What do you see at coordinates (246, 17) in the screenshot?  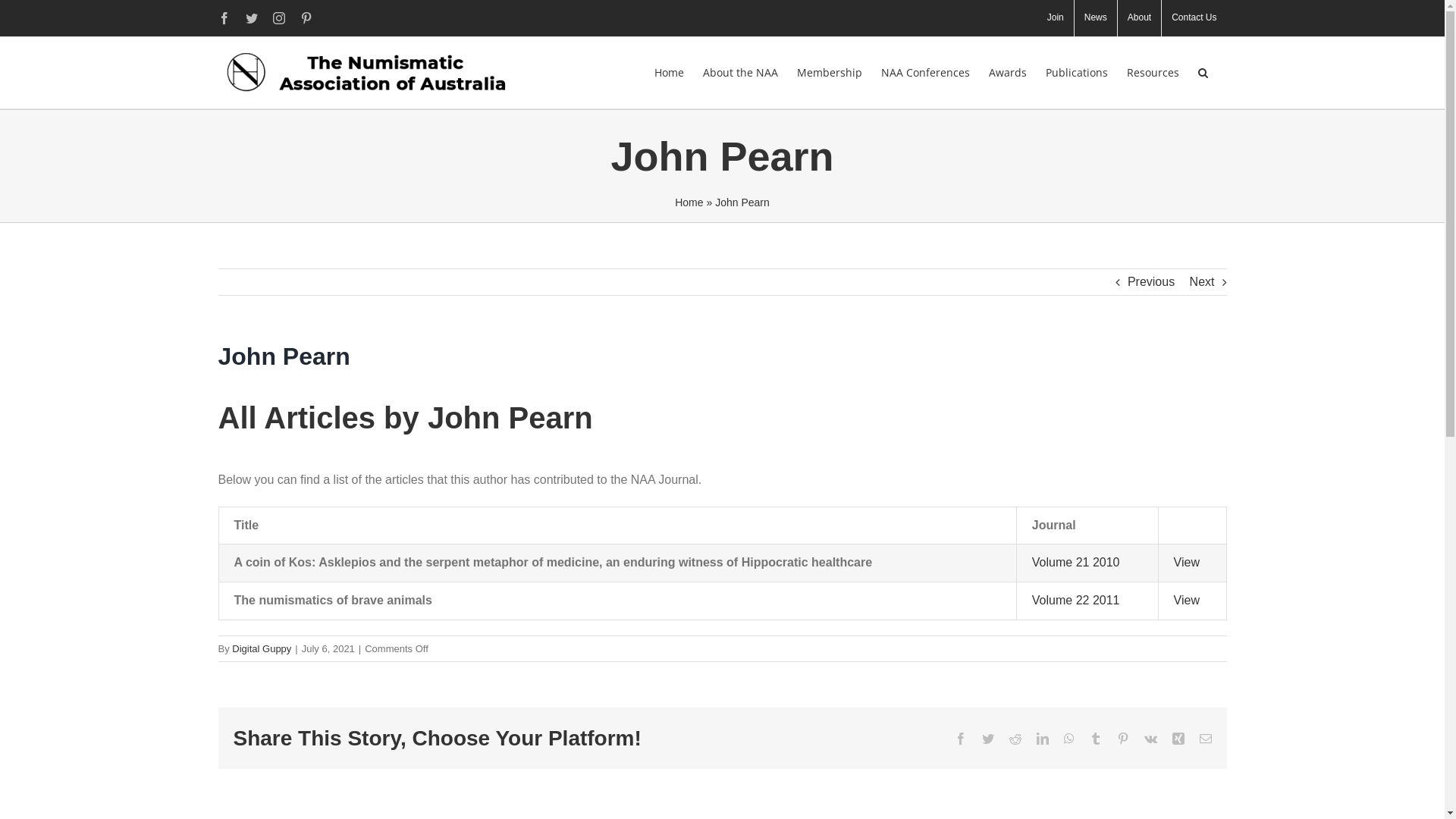 I see `'Twitter'` at bounding box center [246, 17].